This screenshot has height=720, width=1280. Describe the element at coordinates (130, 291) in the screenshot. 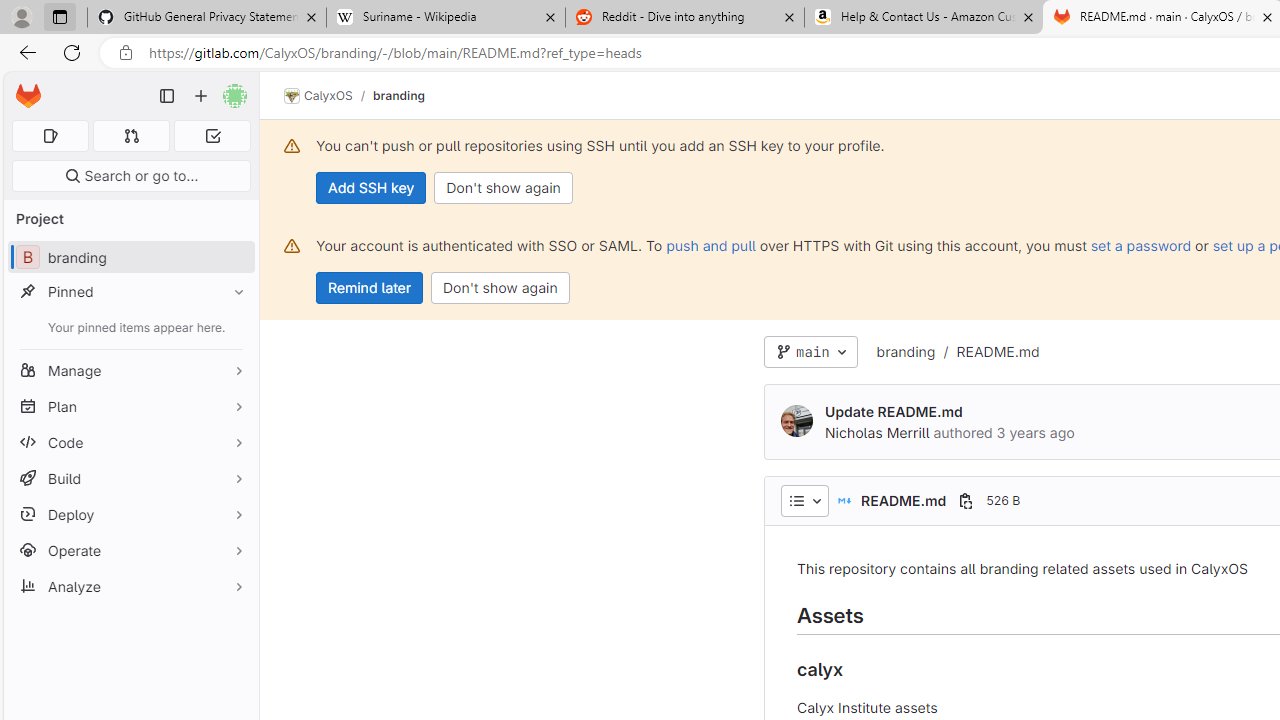

I see `'Pinned'` at that location.